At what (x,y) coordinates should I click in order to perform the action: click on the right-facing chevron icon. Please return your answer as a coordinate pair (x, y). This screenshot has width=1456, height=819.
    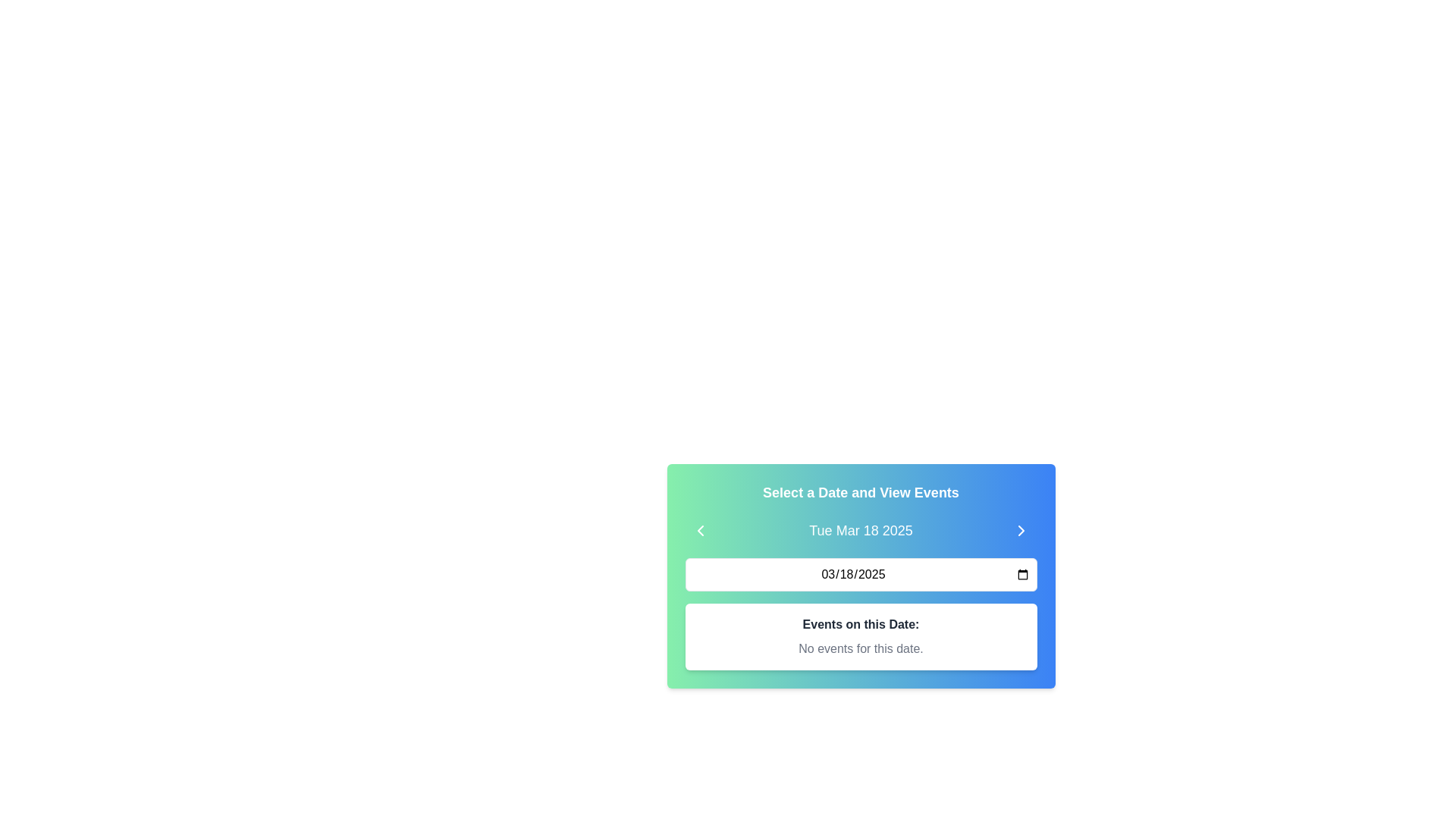
    Looking at the image, I should click on (1021, 529).